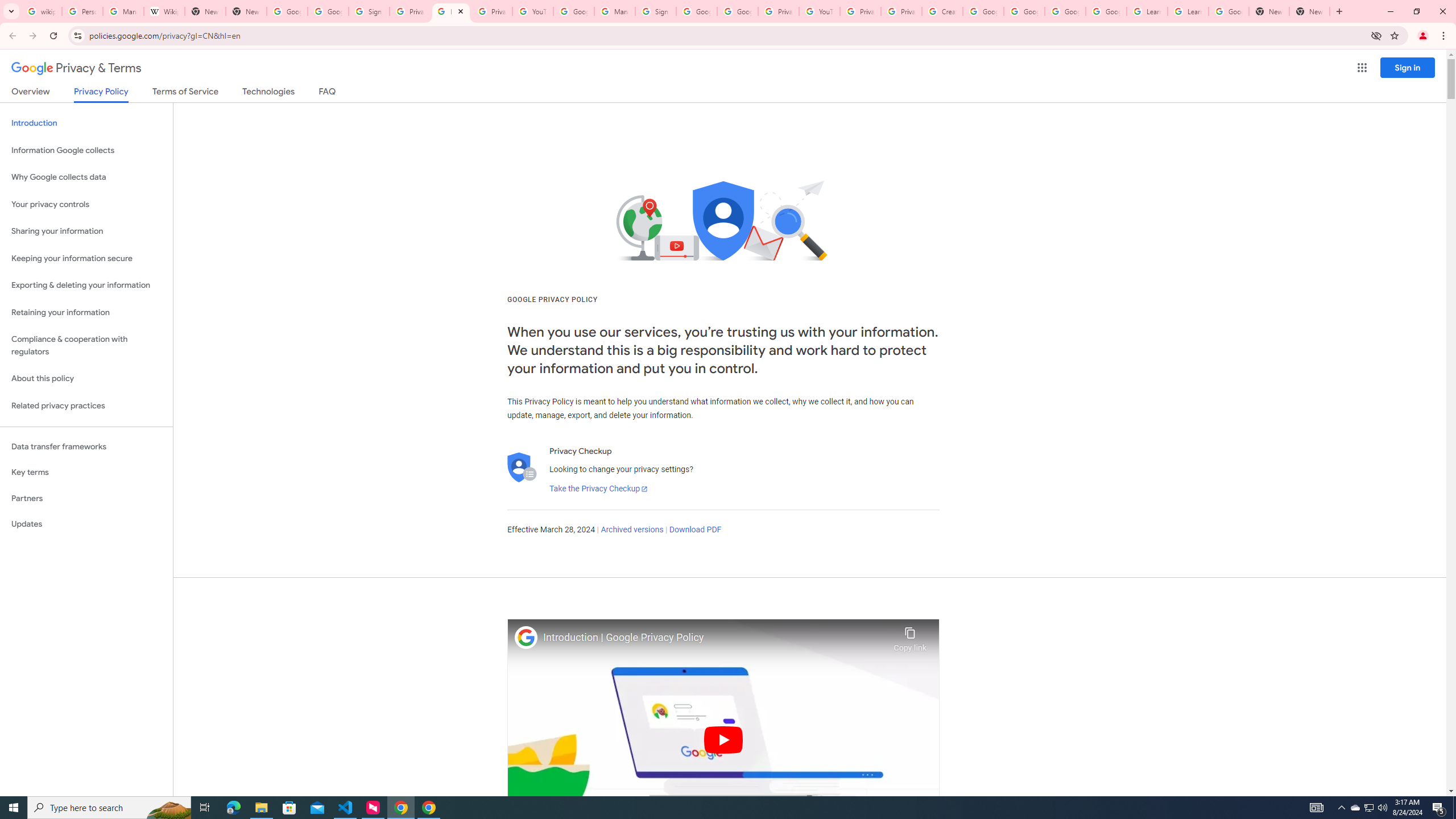 This screenshot has width=1456, height=819. Describe the element at coordinates (656, 11) in the screenshot. I see `'Sign in - Google Accounts'` at that location.